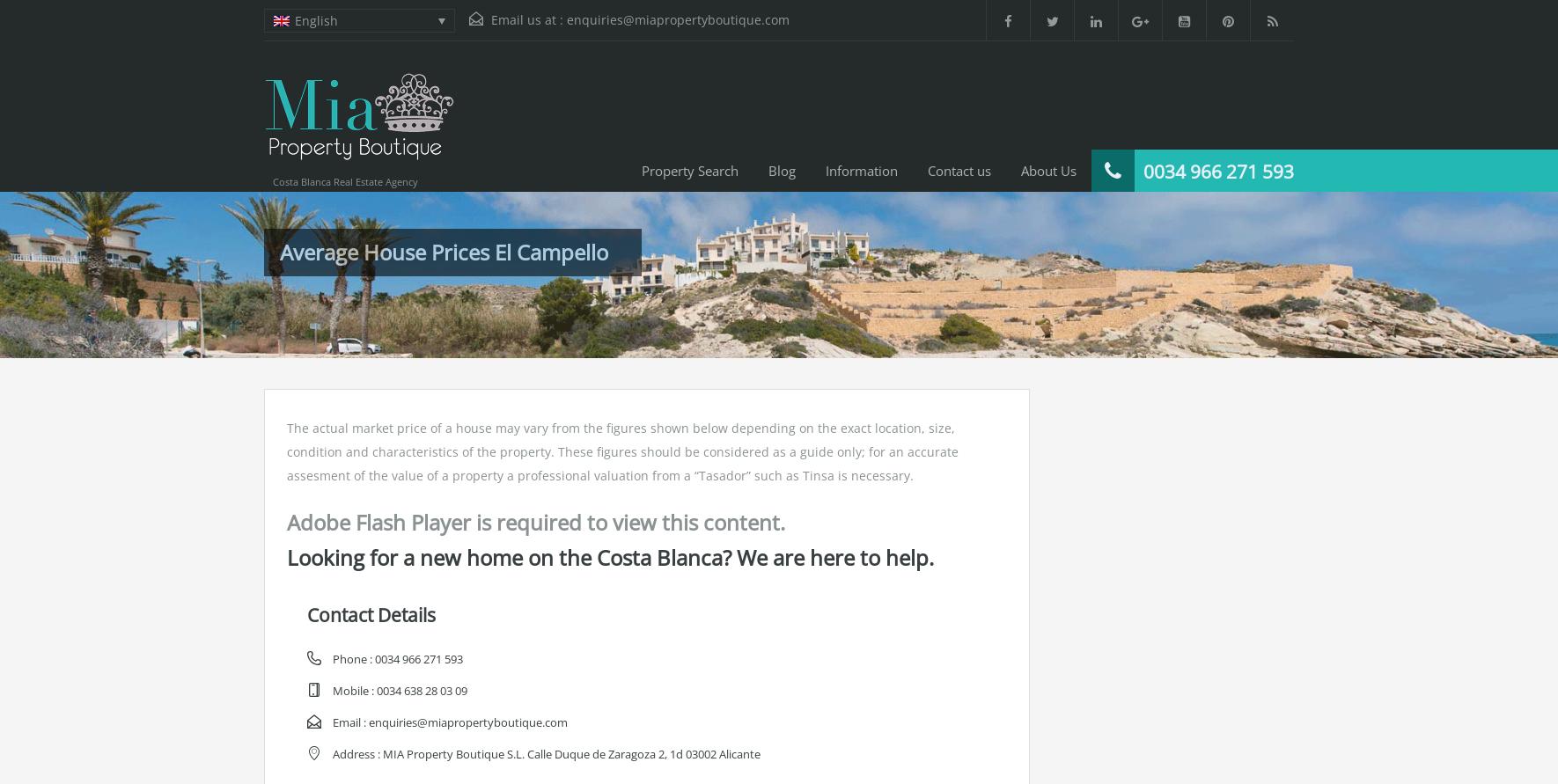  What do you see at coordinates (314, 20) in the screenshot?
I see `'English'` at bounding box center [314, 20].